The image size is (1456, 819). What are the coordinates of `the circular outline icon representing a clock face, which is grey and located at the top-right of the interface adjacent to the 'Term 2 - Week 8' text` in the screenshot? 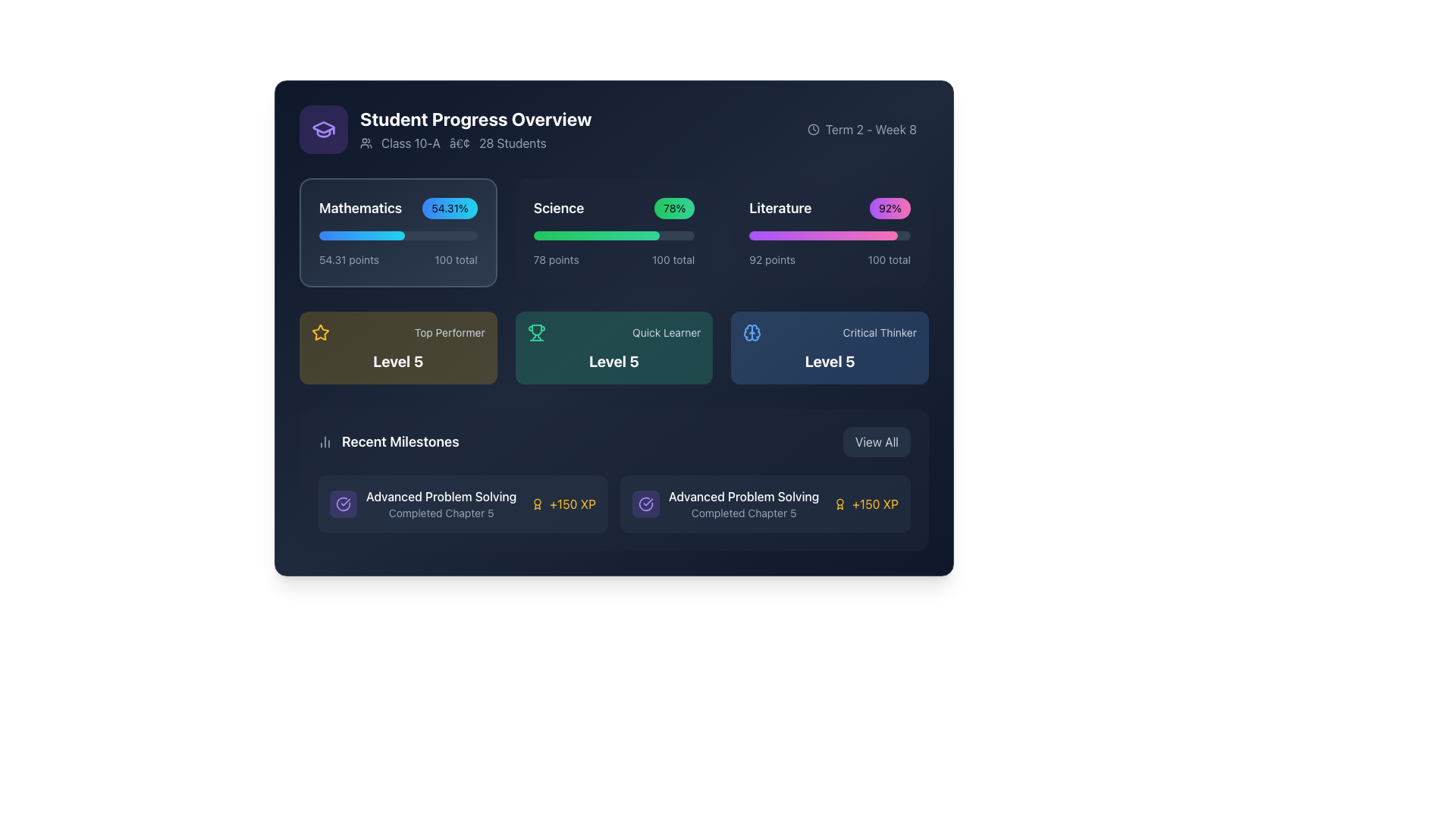 It's located at (812, 128).